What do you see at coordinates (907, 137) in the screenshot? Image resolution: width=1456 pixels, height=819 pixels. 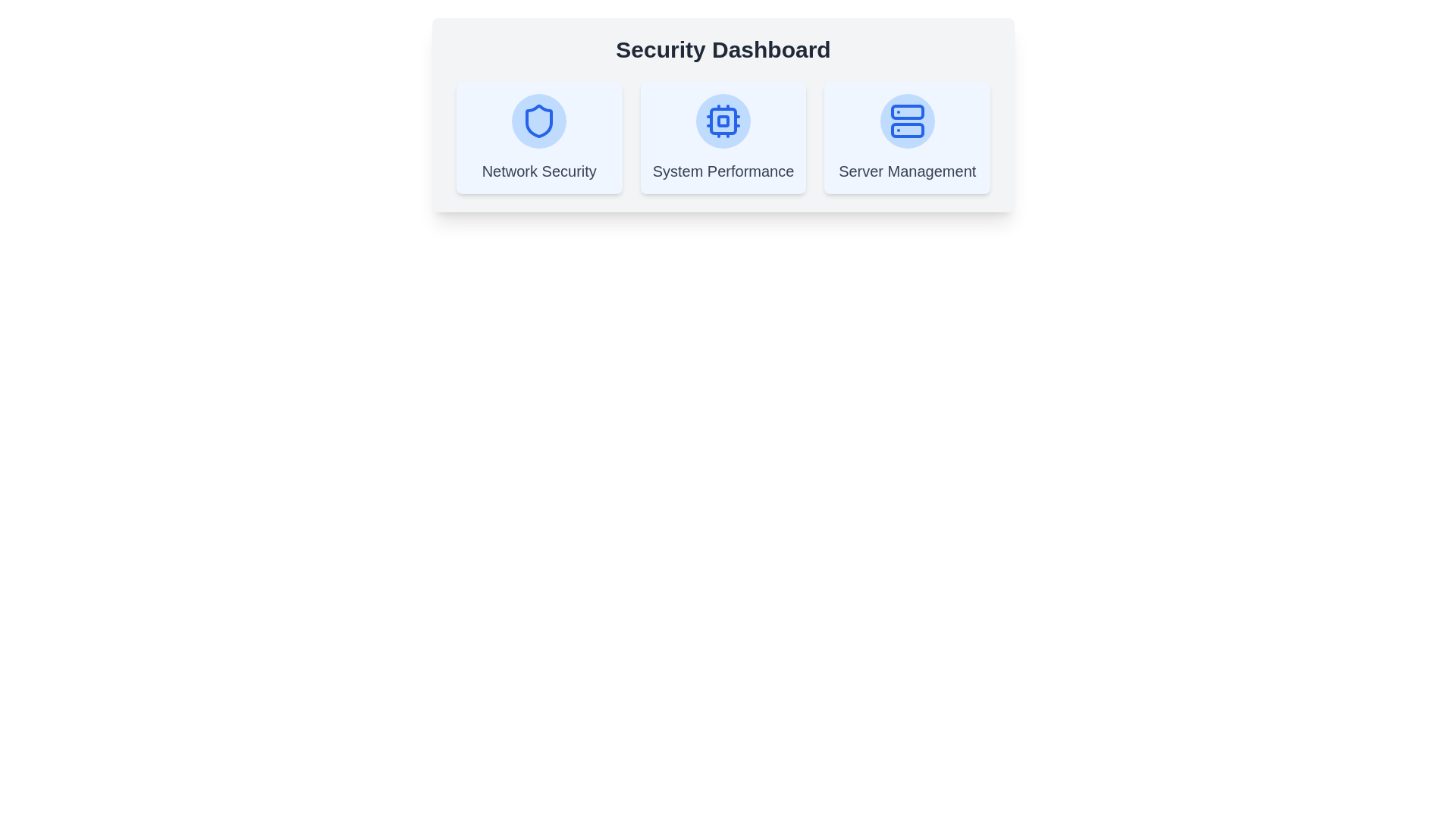 I see `the server management icon located in the third card of the horizontally-aligned options set, positioned to the far right after the 'System Performance' card` at bounding box center [907, 137].